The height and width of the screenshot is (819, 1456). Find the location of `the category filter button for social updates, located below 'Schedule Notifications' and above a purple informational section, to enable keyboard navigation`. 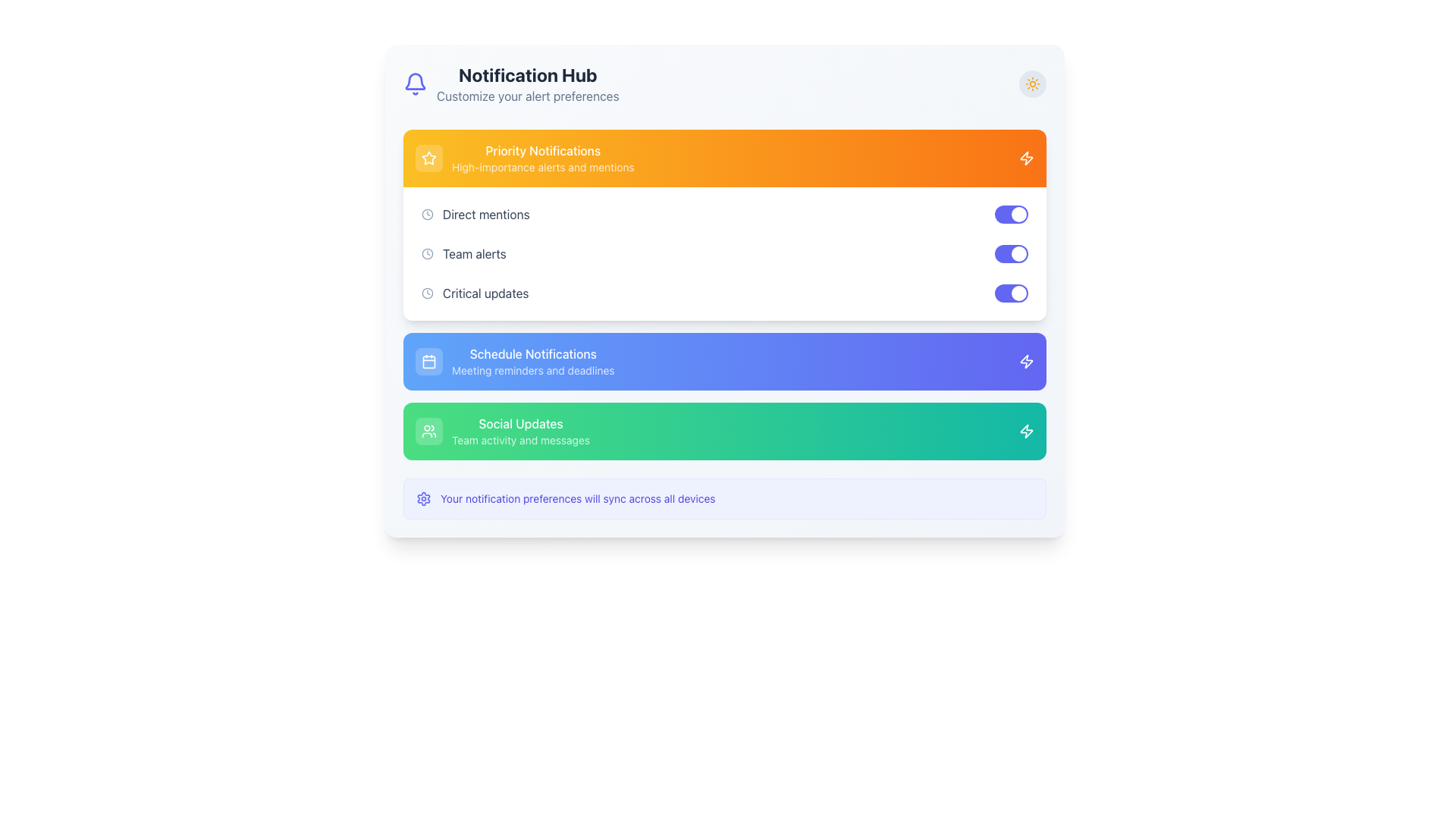

the category filter button for social updates, located below 'Schedule Notifications' and above a purple informational section, to enable keyboard navigation is located at coordinates (502, 431).